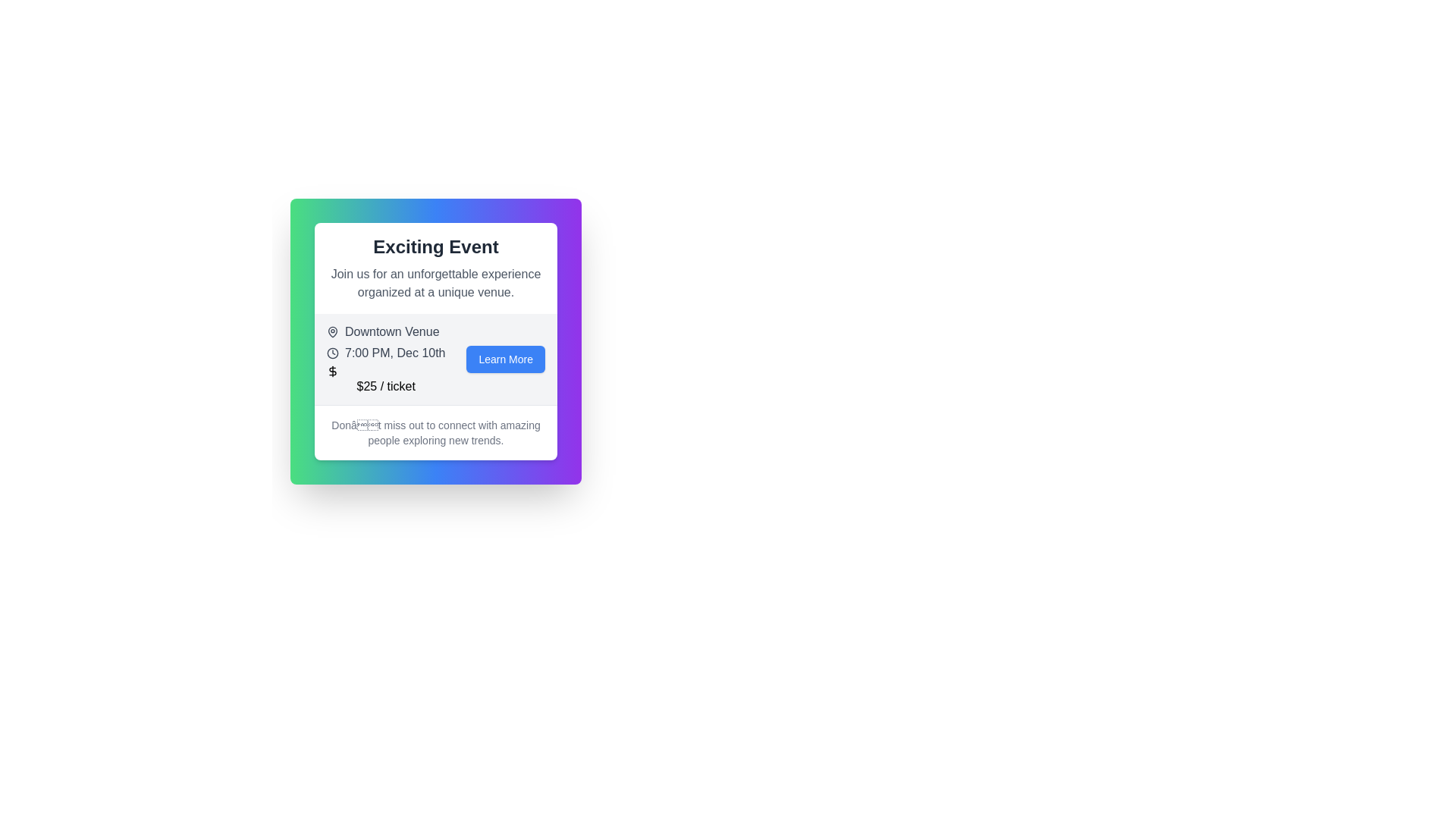 Image resolution: width=1456 pixels, height=819 pixels. What do you see at coordinates (386, 331) in the screenshot?
I see `the static label 'Downtown Venue' which features a light gray text and a map pin icon, positioned at the top of the event details section` at bounding box center [386, 331].